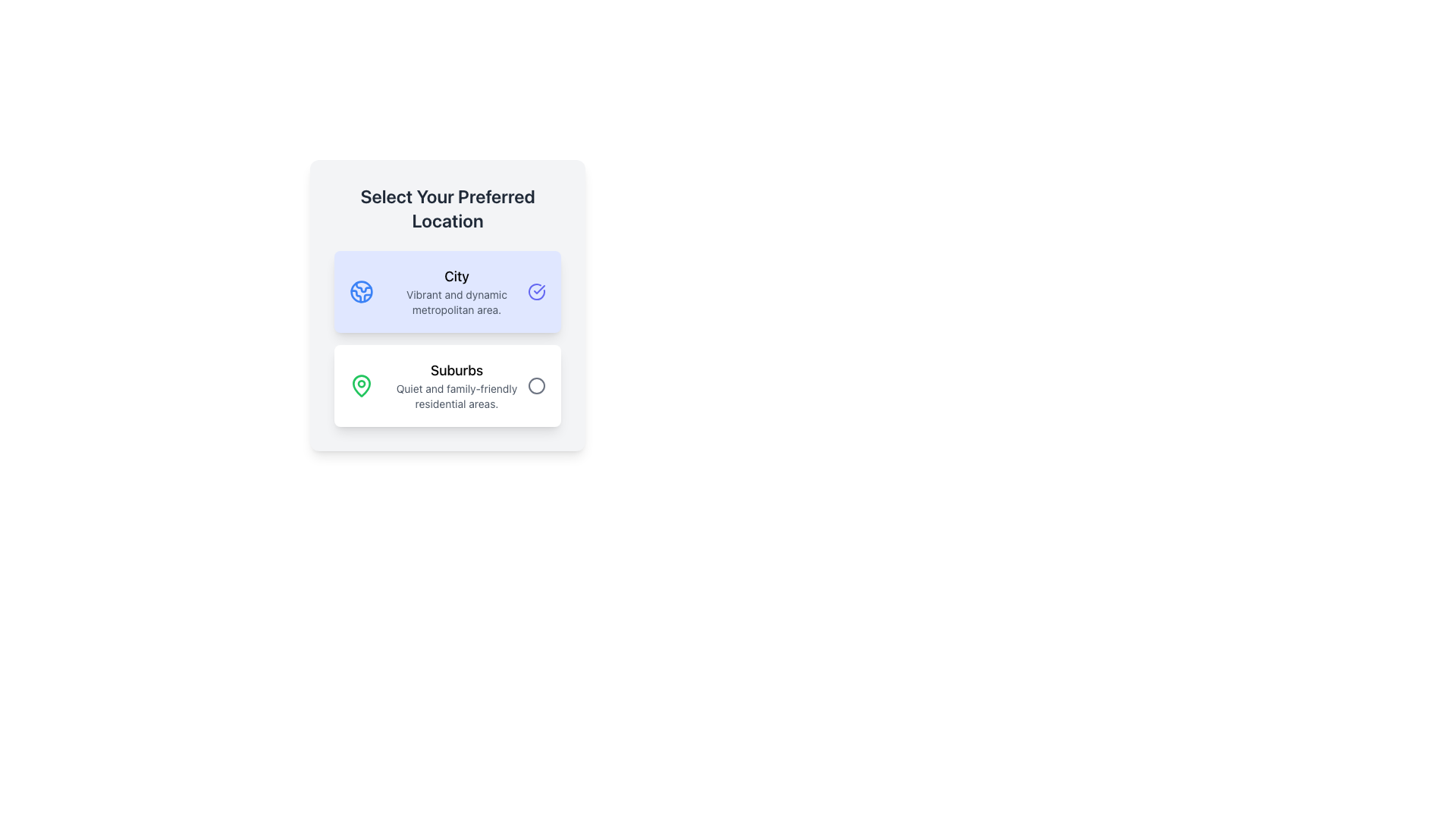 This screenshot has width=1456, height=819. I want to click on the circular icon associated with the 'Suburbs' option in the two-choice selection widget, located to the right of the green location pin icon and below the 'City' option, so click(537, 385).